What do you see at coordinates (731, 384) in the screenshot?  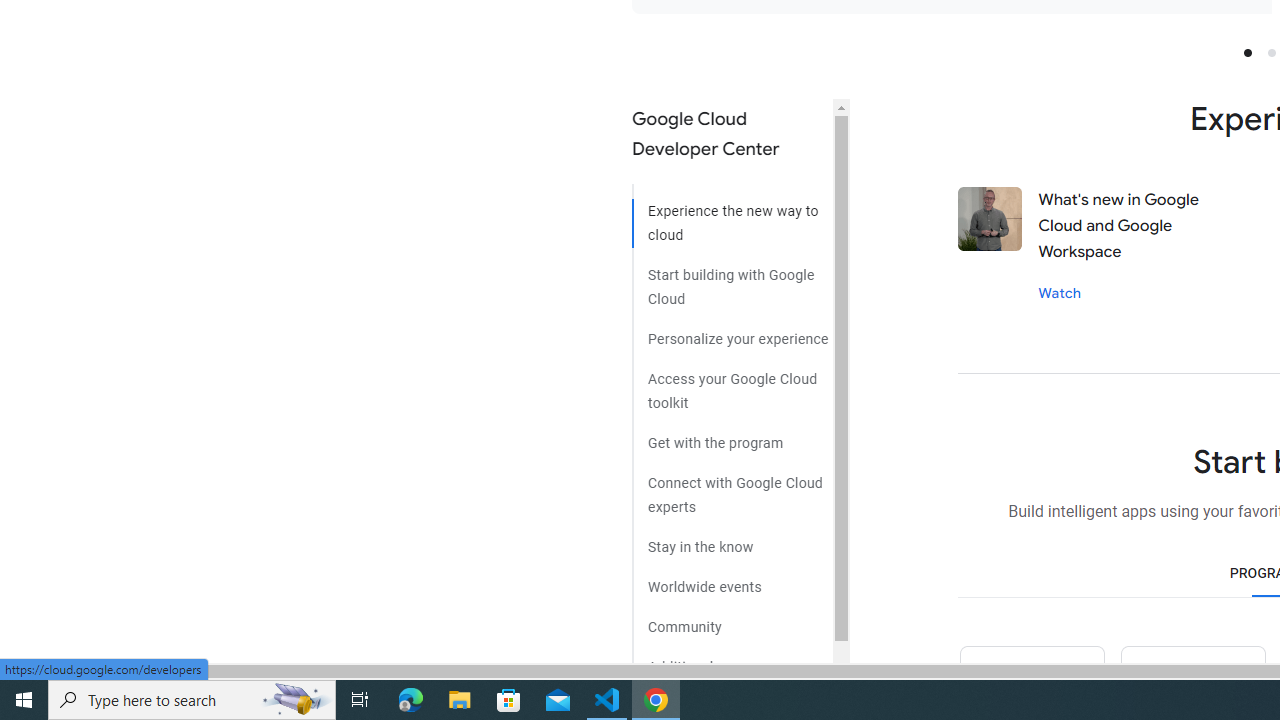 I see `'Access your Google Cloud toolkit'` at bounding box center [731, 384].